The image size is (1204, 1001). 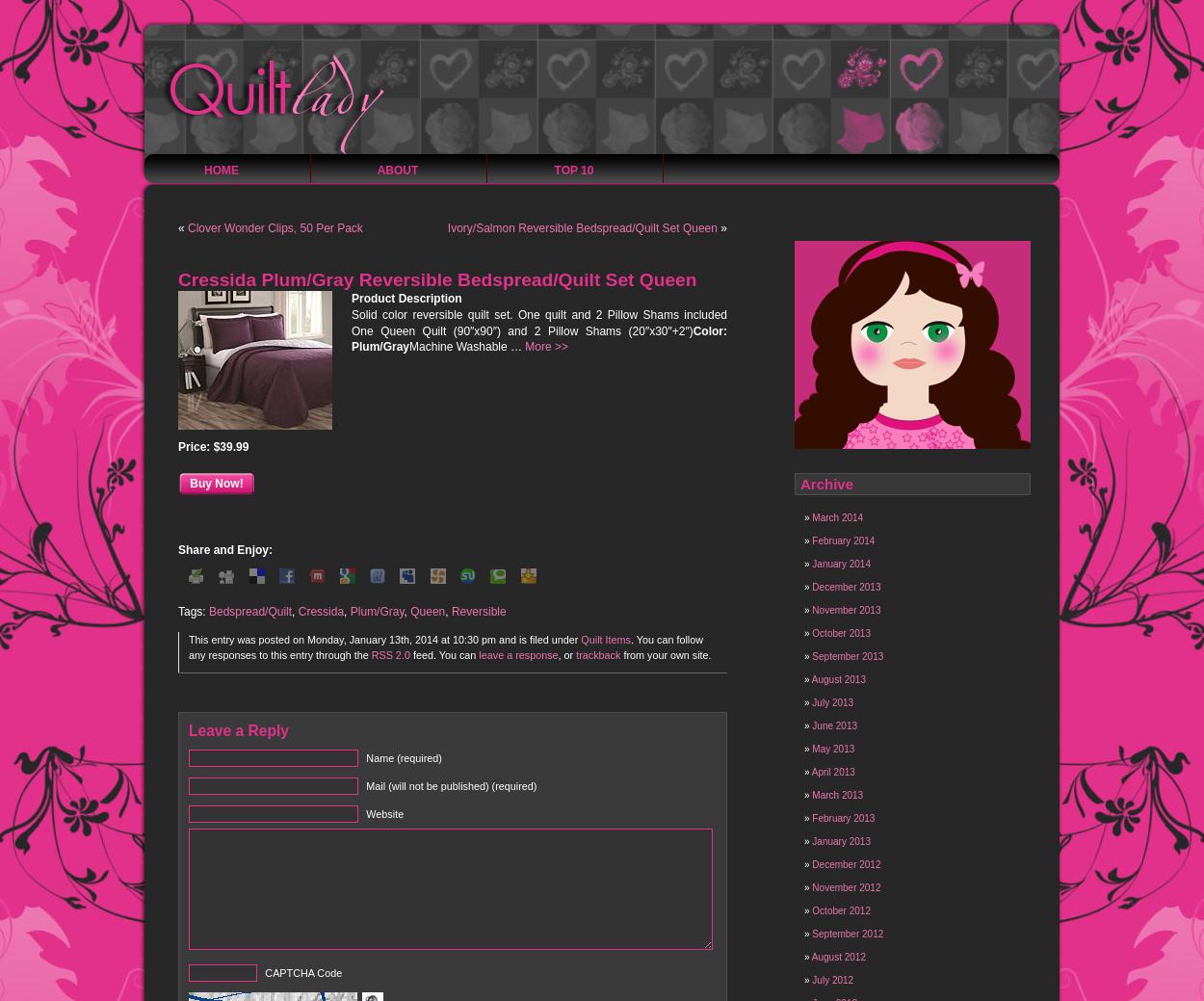 What do you see at coordinates (193, 610) in the screenshot?
I see `'Tags:'` at bounding box center [193, 610].